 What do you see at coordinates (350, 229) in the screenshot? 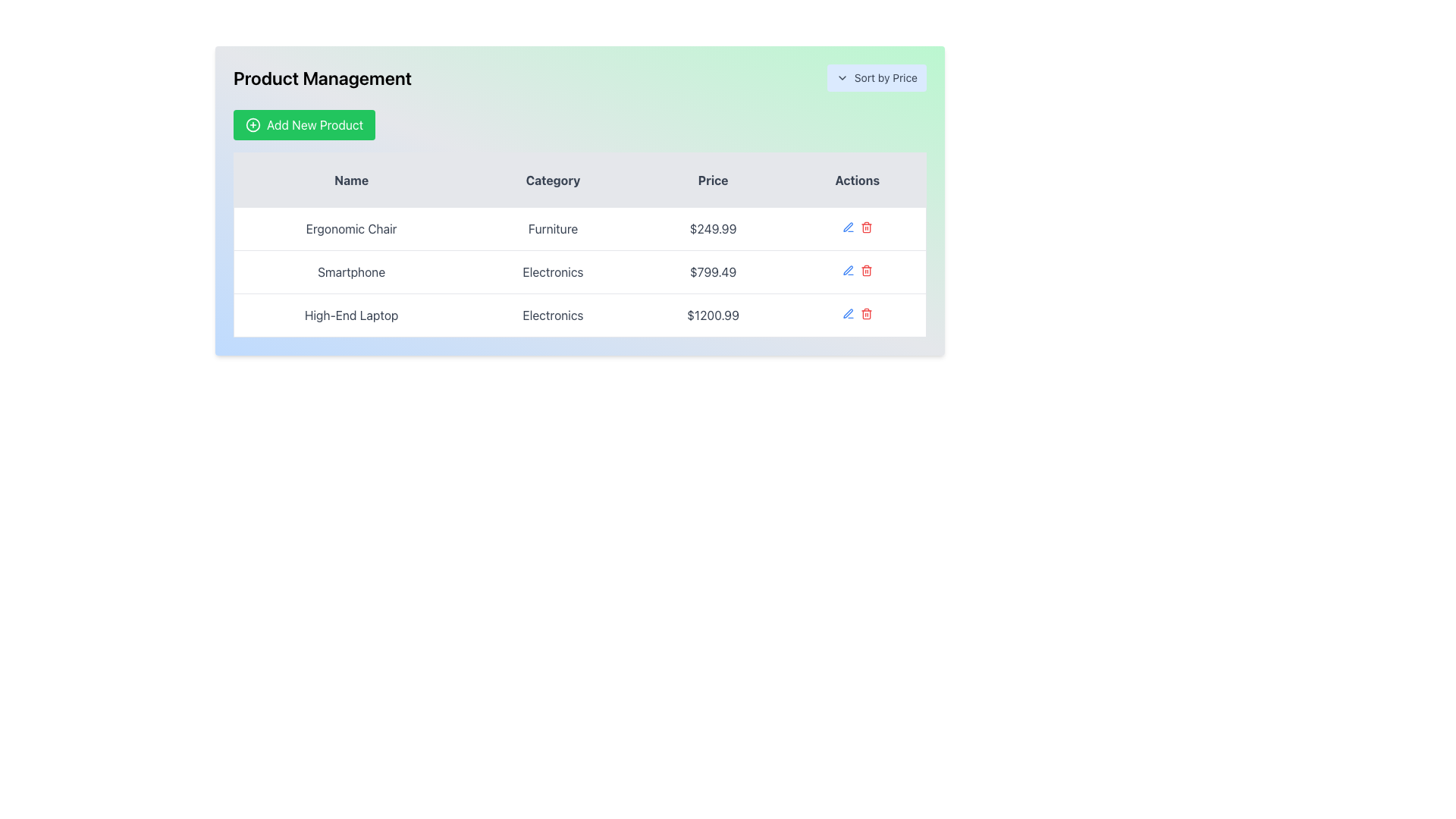
I see `the static text element displaying 'Ergonomic Chair' located in the first row of the 'Name' column within the product table` at bounding box center [350, 229].